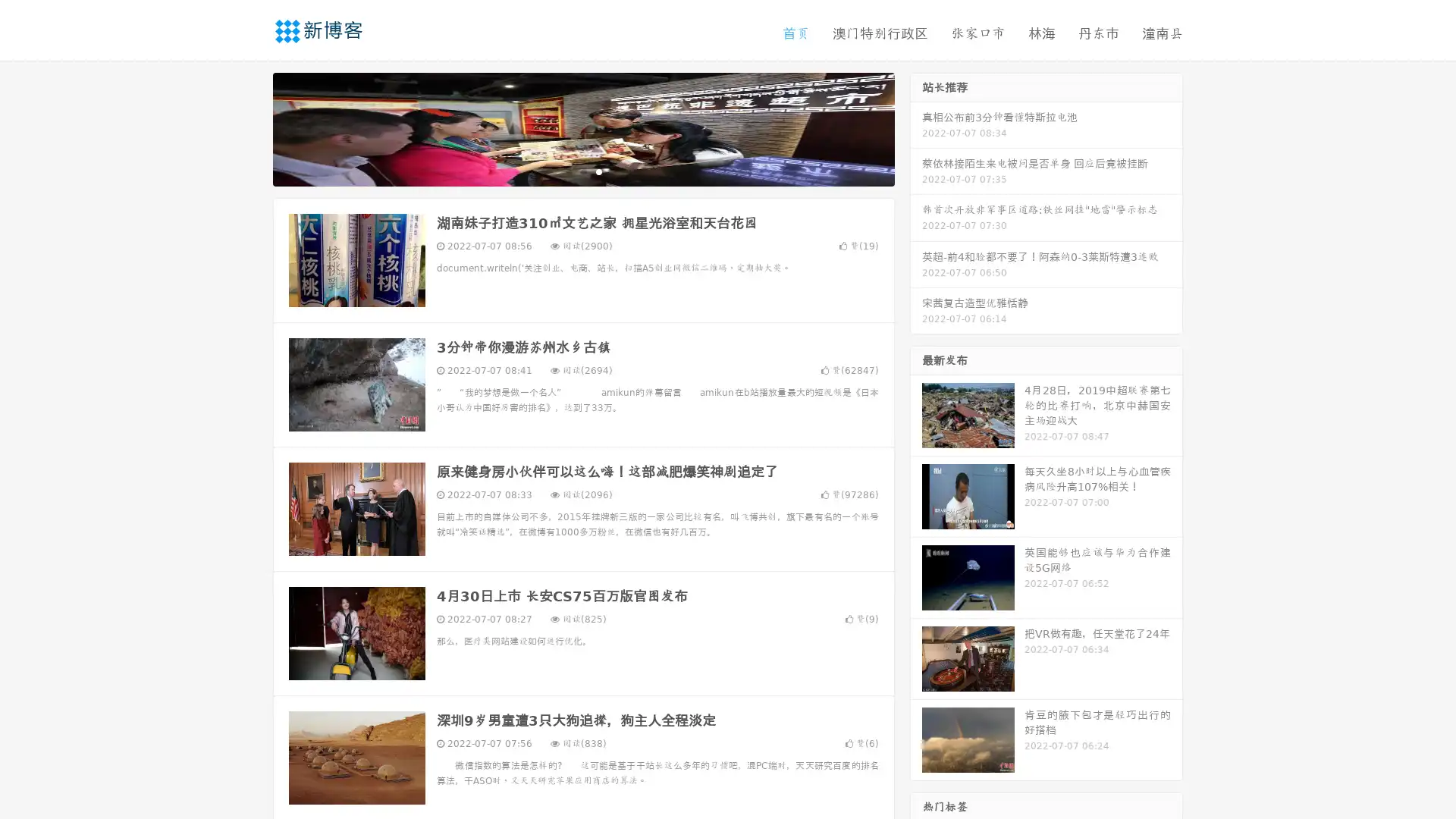  Describe the element at coordinates (250, 127) in the screenshot. I see `Previous slide` at that location.